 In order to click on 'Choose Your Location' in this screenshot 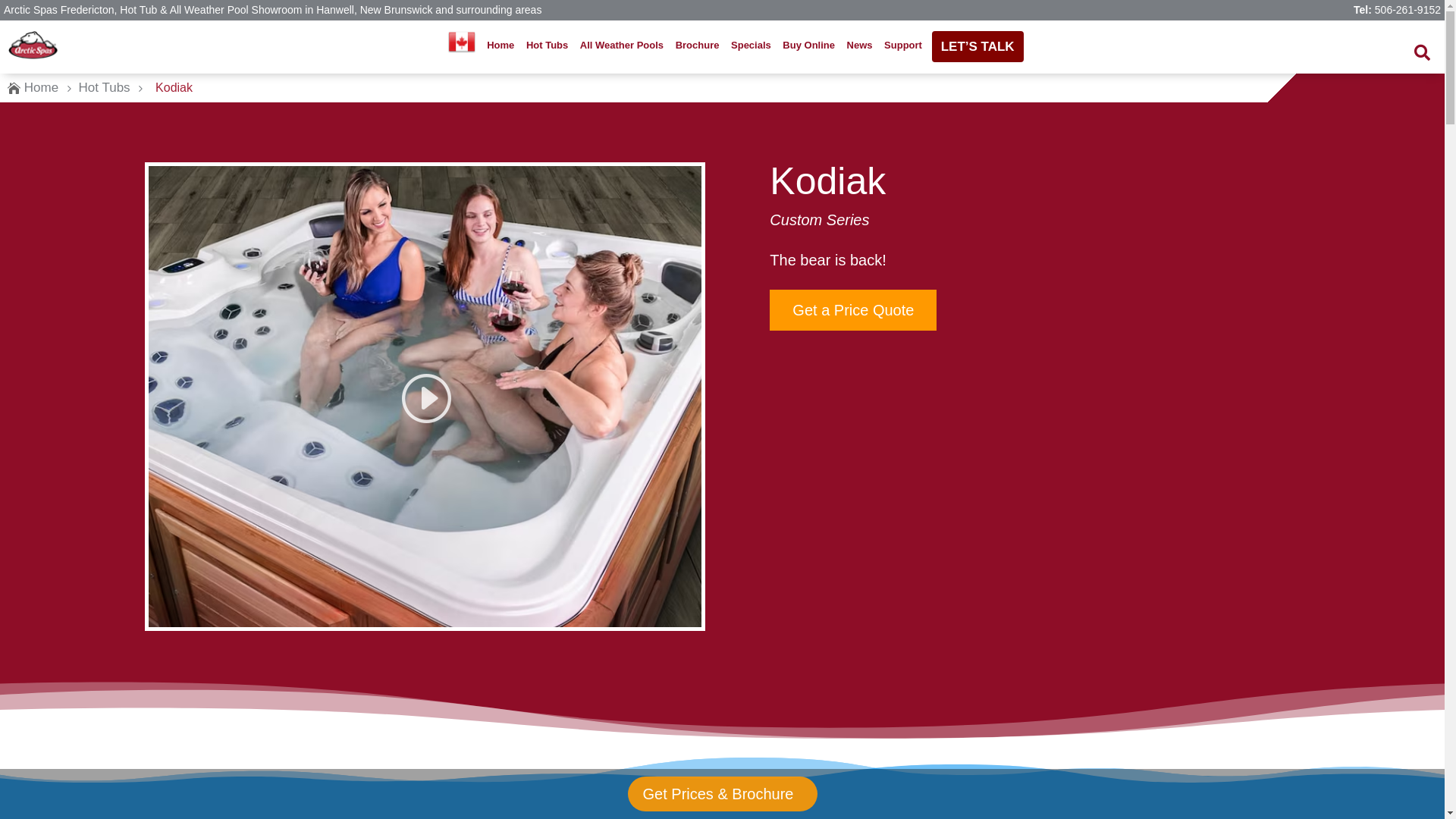, I will do `click(460, 44)`.